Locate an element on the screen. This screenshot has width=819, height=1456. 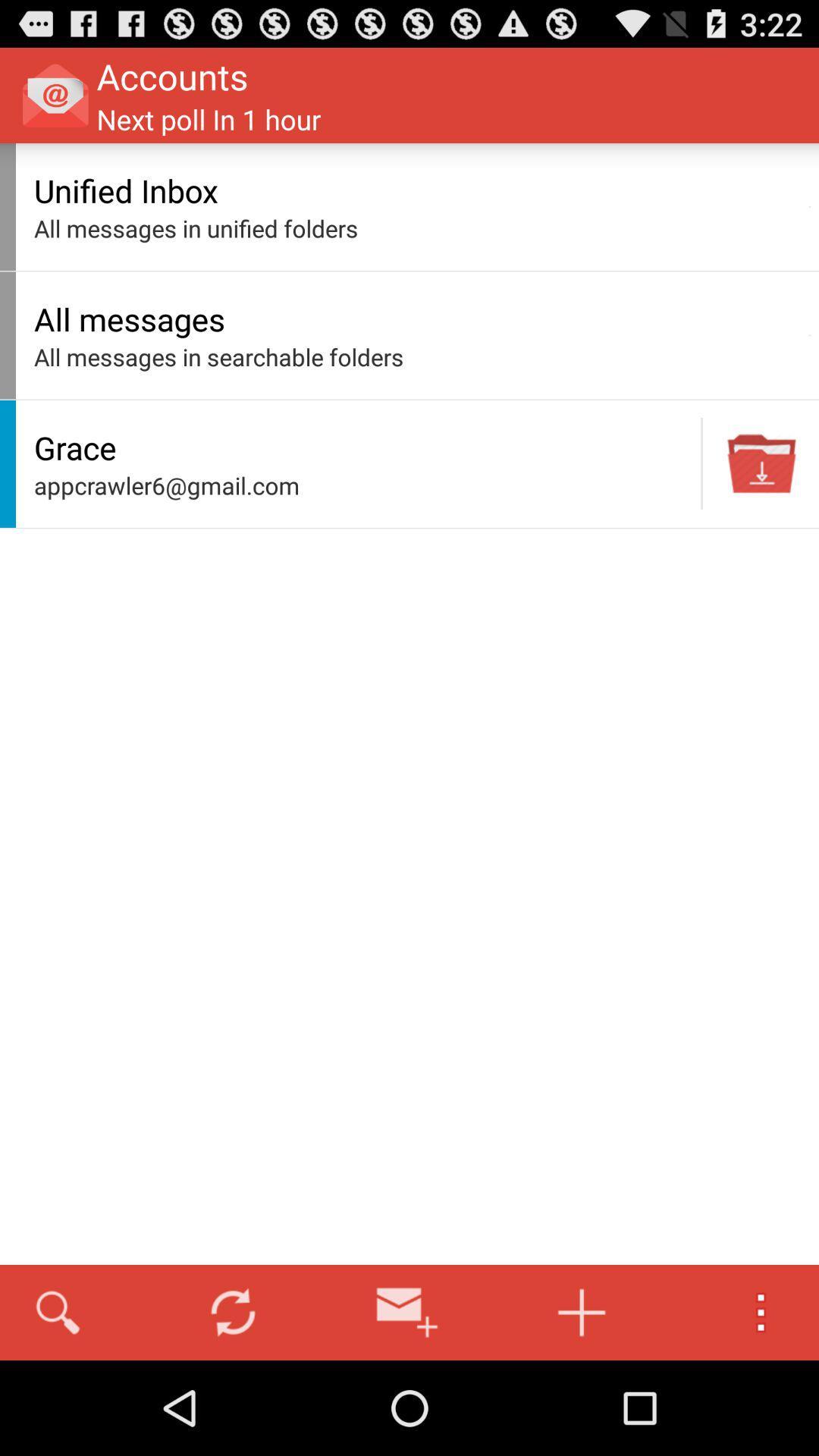
the app next to the grace icon is located at coordinates (701, 463).